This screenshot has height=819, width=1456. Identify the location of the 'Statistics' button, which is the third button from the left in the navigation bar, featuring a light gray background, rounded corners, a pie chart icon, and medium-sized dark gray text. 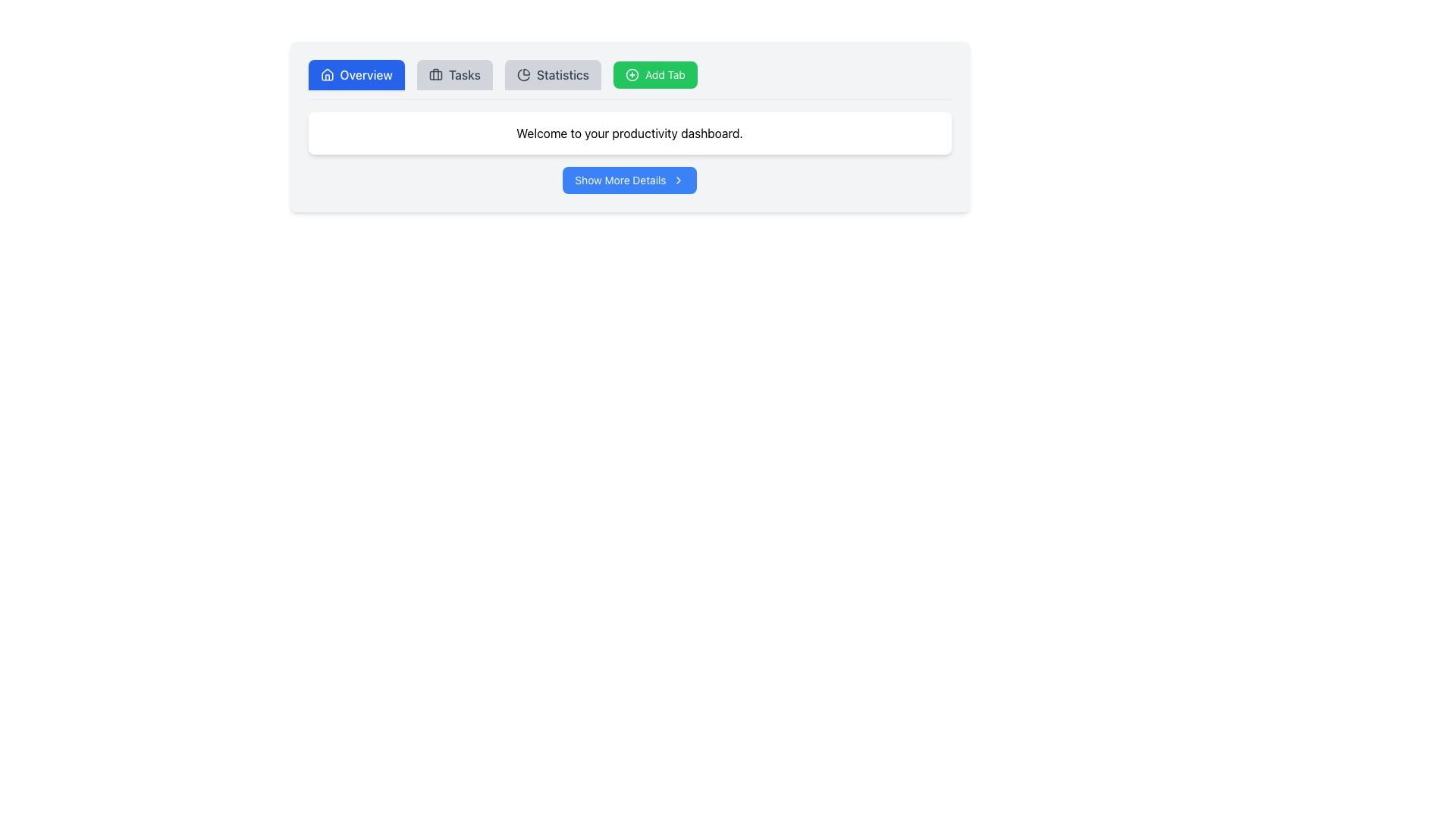
(552, 75).